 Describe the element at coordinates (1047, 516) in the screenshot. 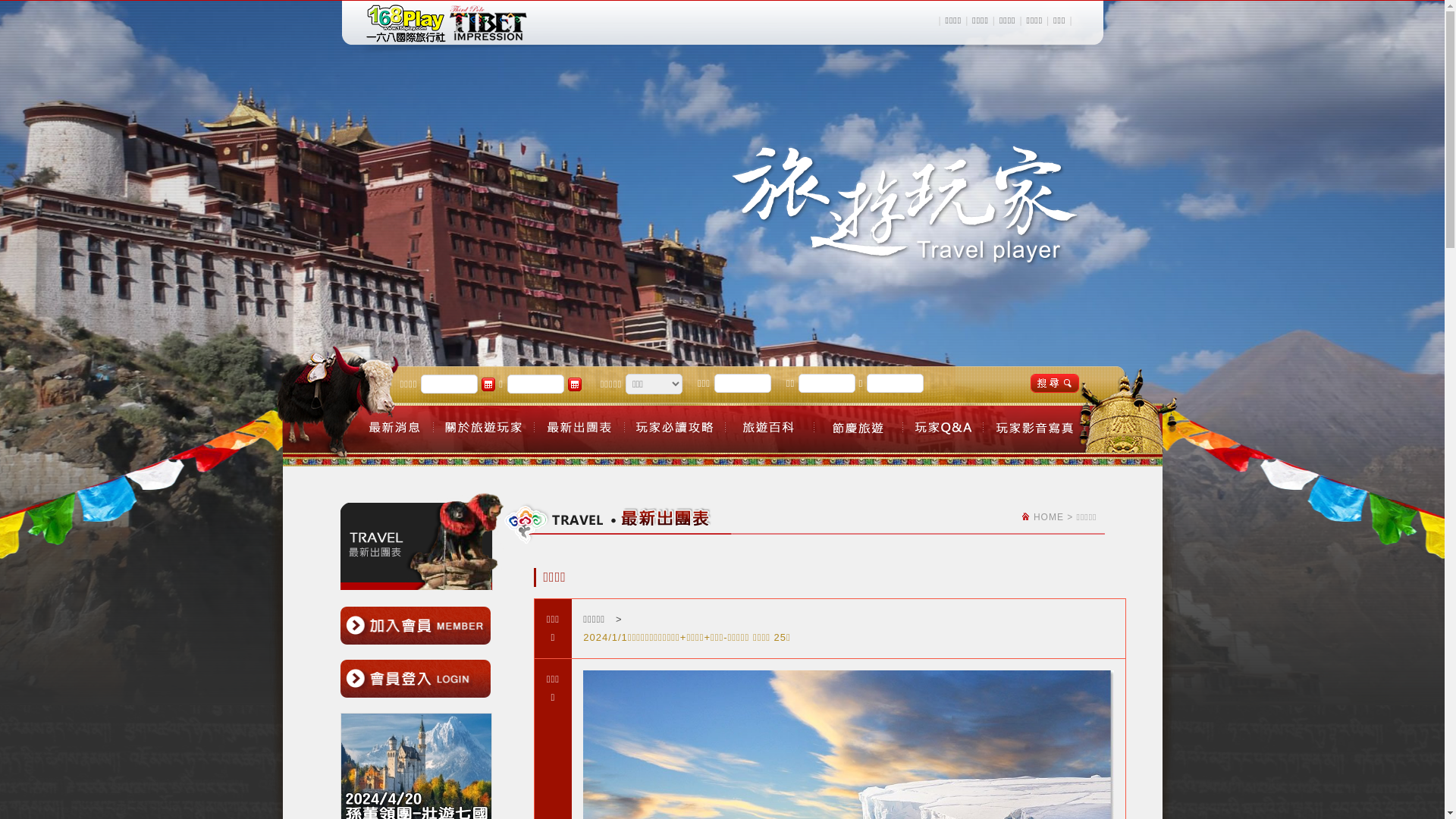

I see `'HOME'` at that location.